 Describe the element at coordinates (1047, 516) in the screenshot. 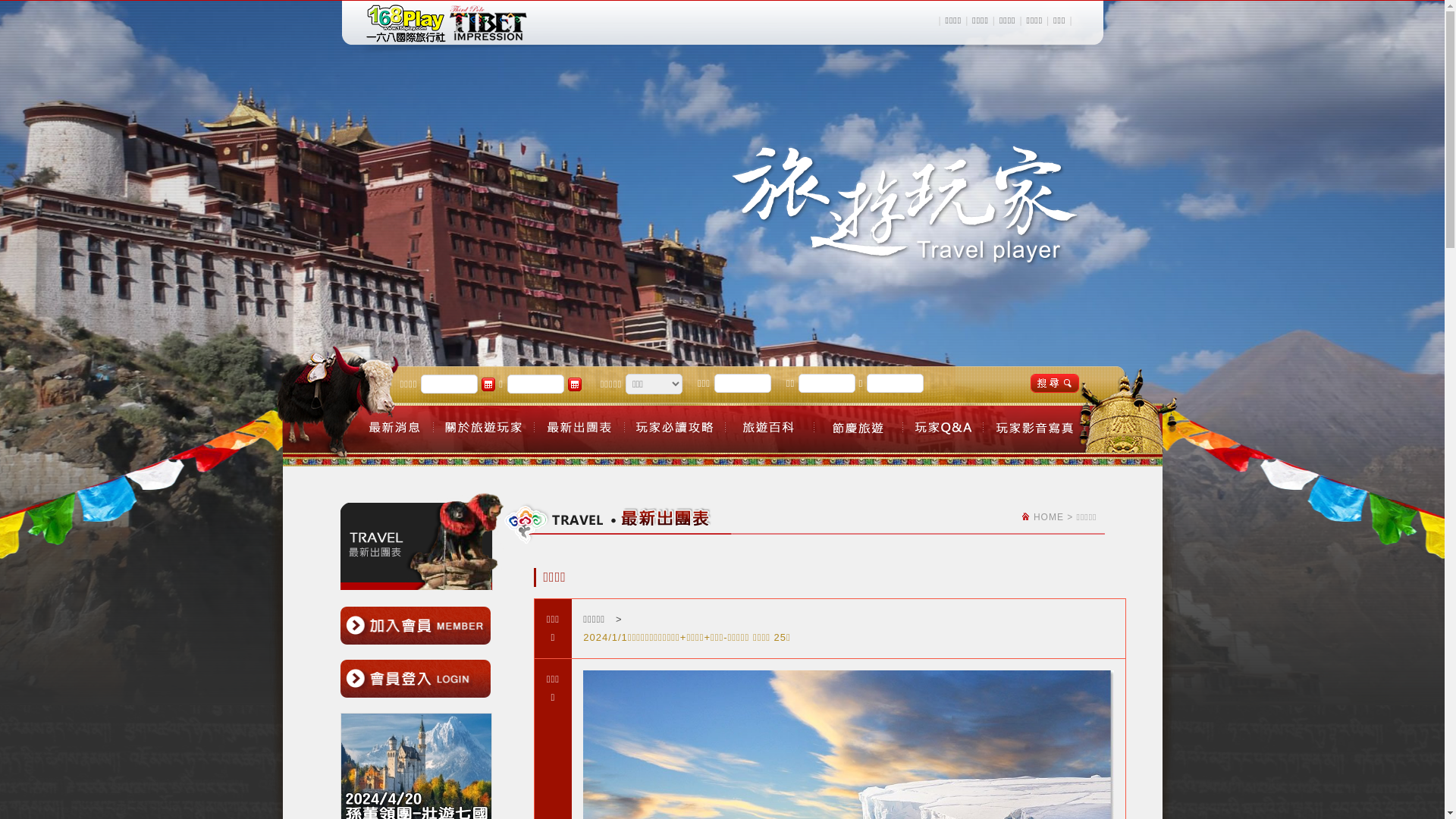

I see `'HOME'` at that location.